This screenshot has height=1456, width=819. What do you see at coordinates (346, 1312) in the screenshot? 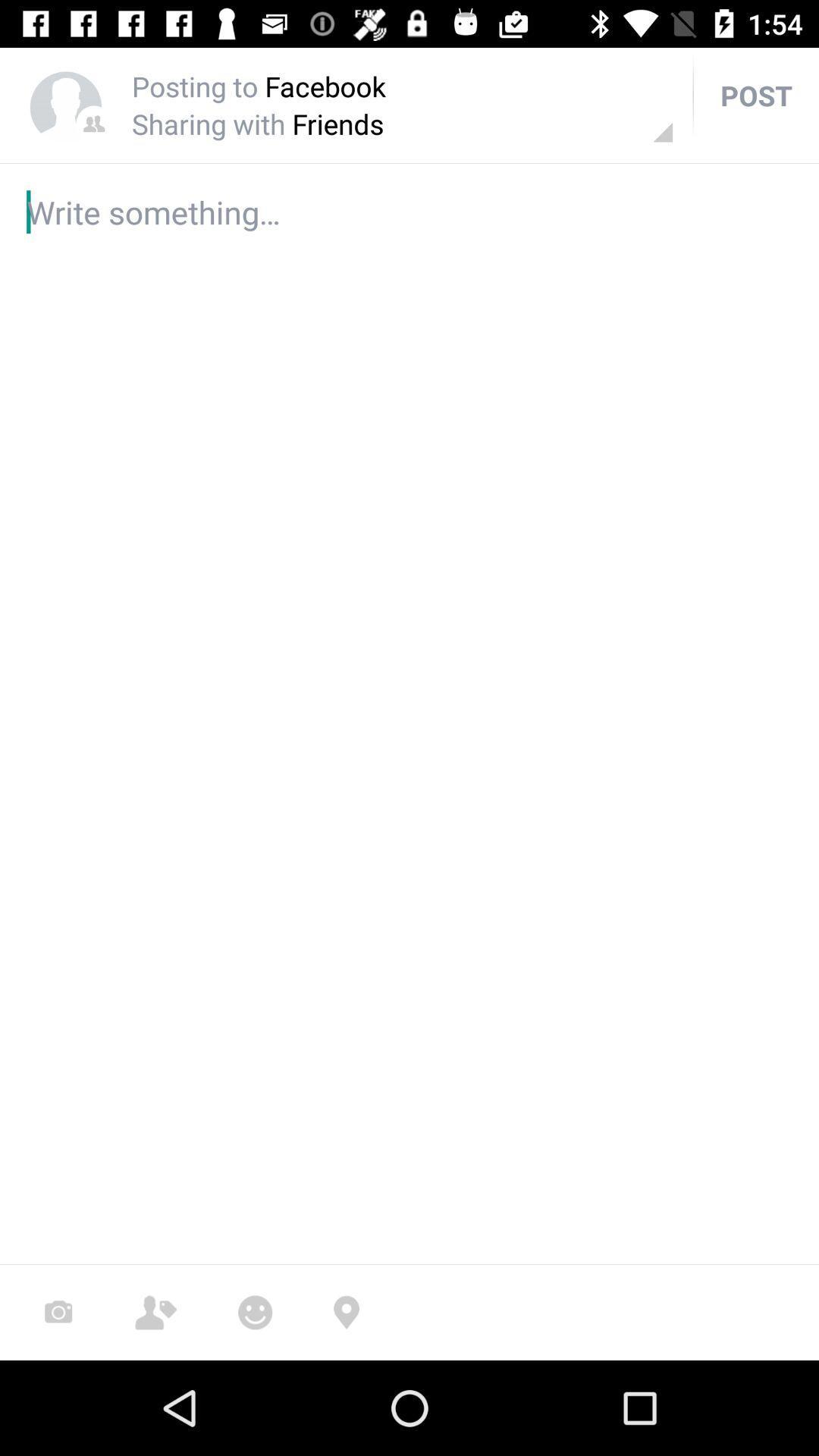
I see `the location icon` at bounding box center [346, 1312].